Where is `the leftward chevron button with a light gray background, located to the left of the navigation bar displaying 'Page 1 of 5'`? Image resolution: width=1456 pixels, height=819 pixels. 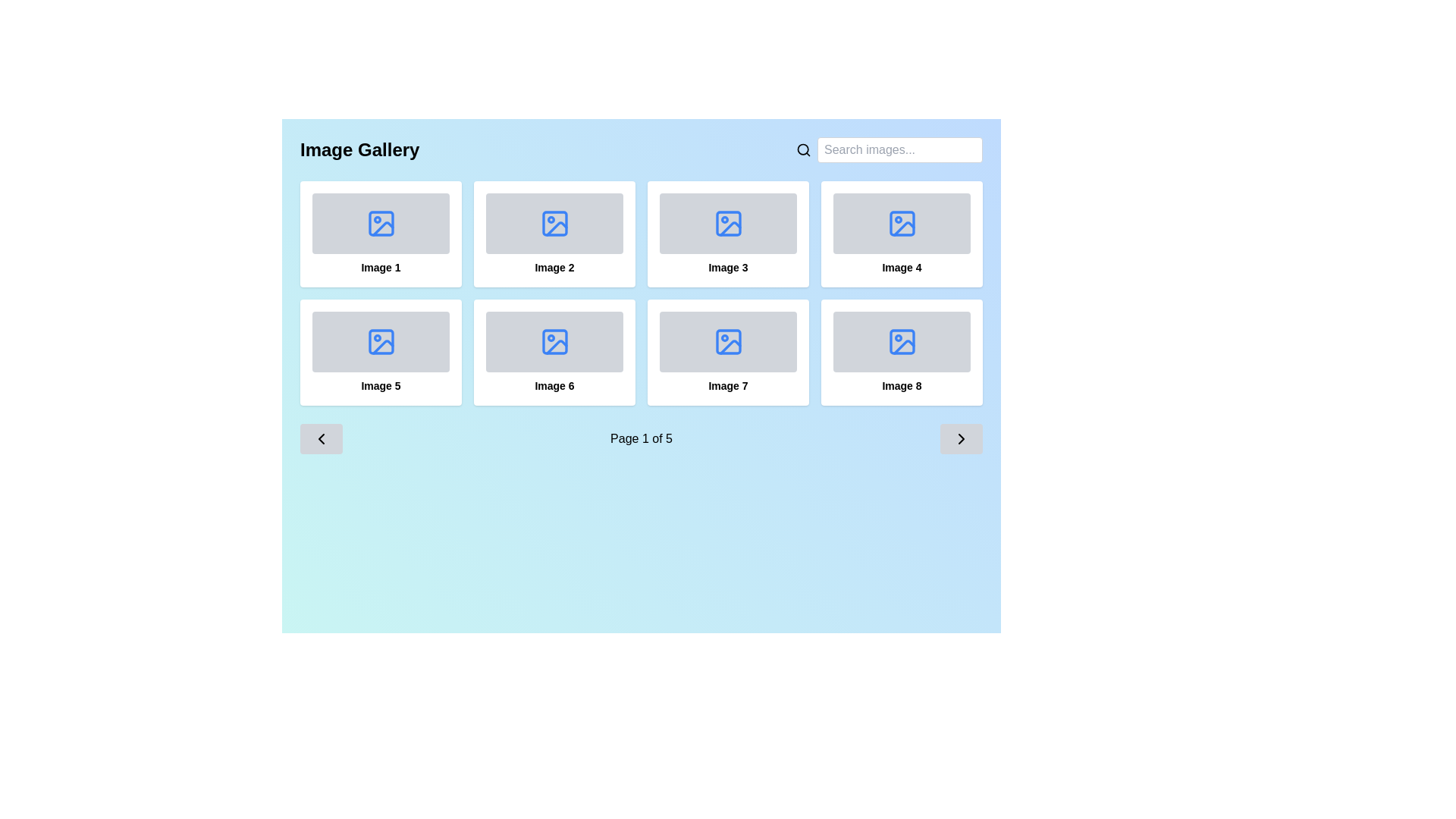
the leftward chevron button with a light gray background, located to the left of the navigation bar displaying 'Page 1 of 5' is located at coordinates (320, 438).